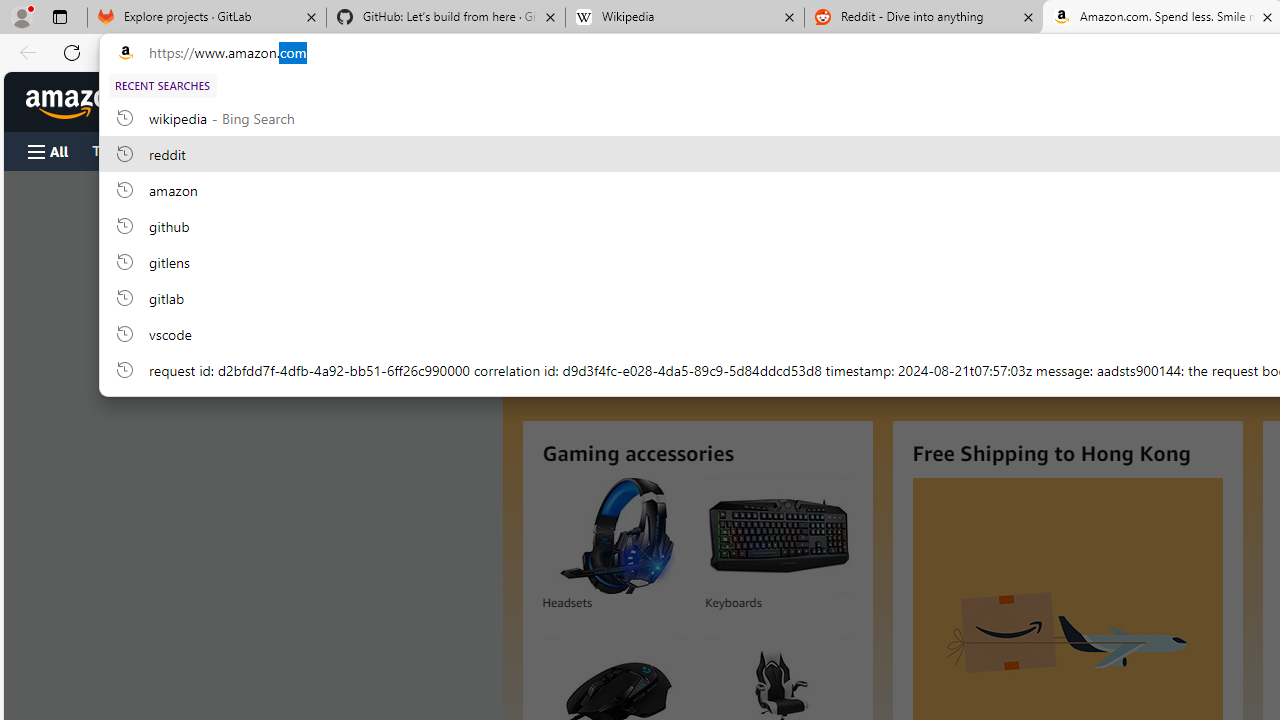 The image size is (1280, 720). Describe the element at coordinates (1266, 17) in the screenshot. I see `'Close tab'` at that location.